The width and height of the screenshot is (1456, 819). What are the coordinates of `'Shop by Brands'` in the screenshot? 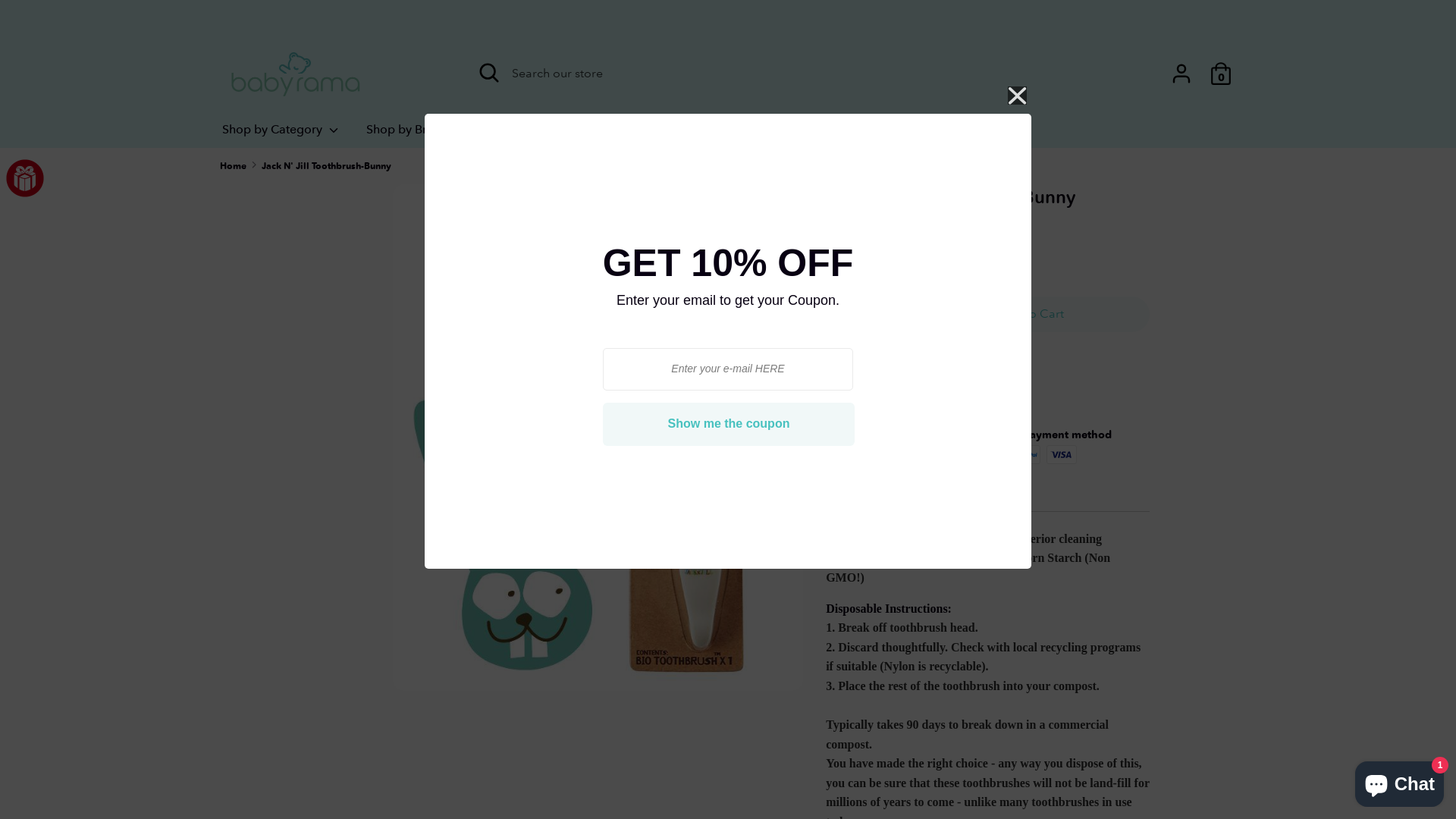 It's located at (419, 133).